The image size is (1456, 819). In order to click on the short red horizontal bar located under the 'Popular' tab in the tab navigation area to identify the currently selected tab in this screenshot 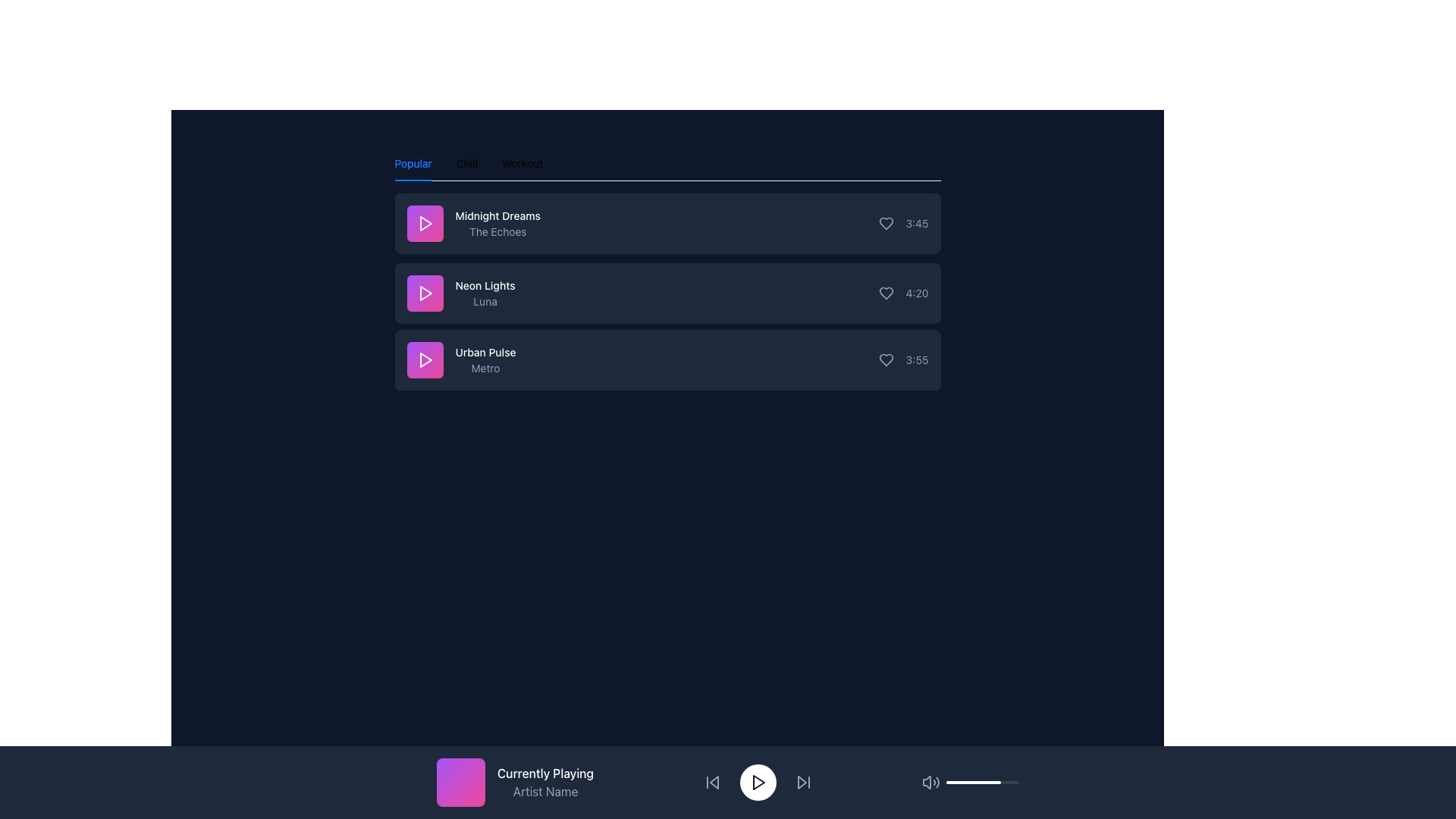, I will do `click(413, 180)`.